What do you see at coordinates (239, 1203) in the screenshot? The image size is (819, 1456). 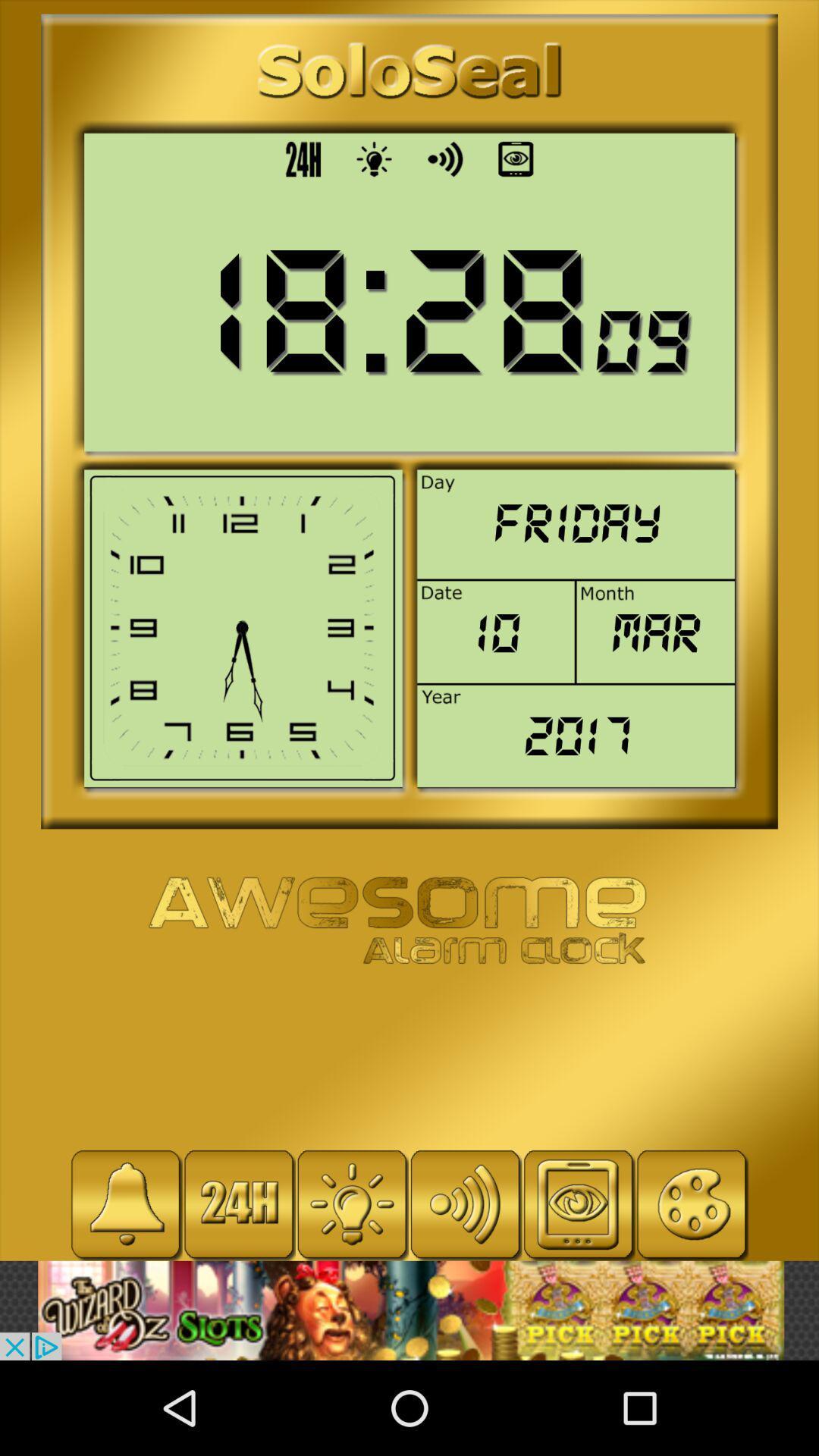 I see `blink option` at bounding box center [239, 1203].